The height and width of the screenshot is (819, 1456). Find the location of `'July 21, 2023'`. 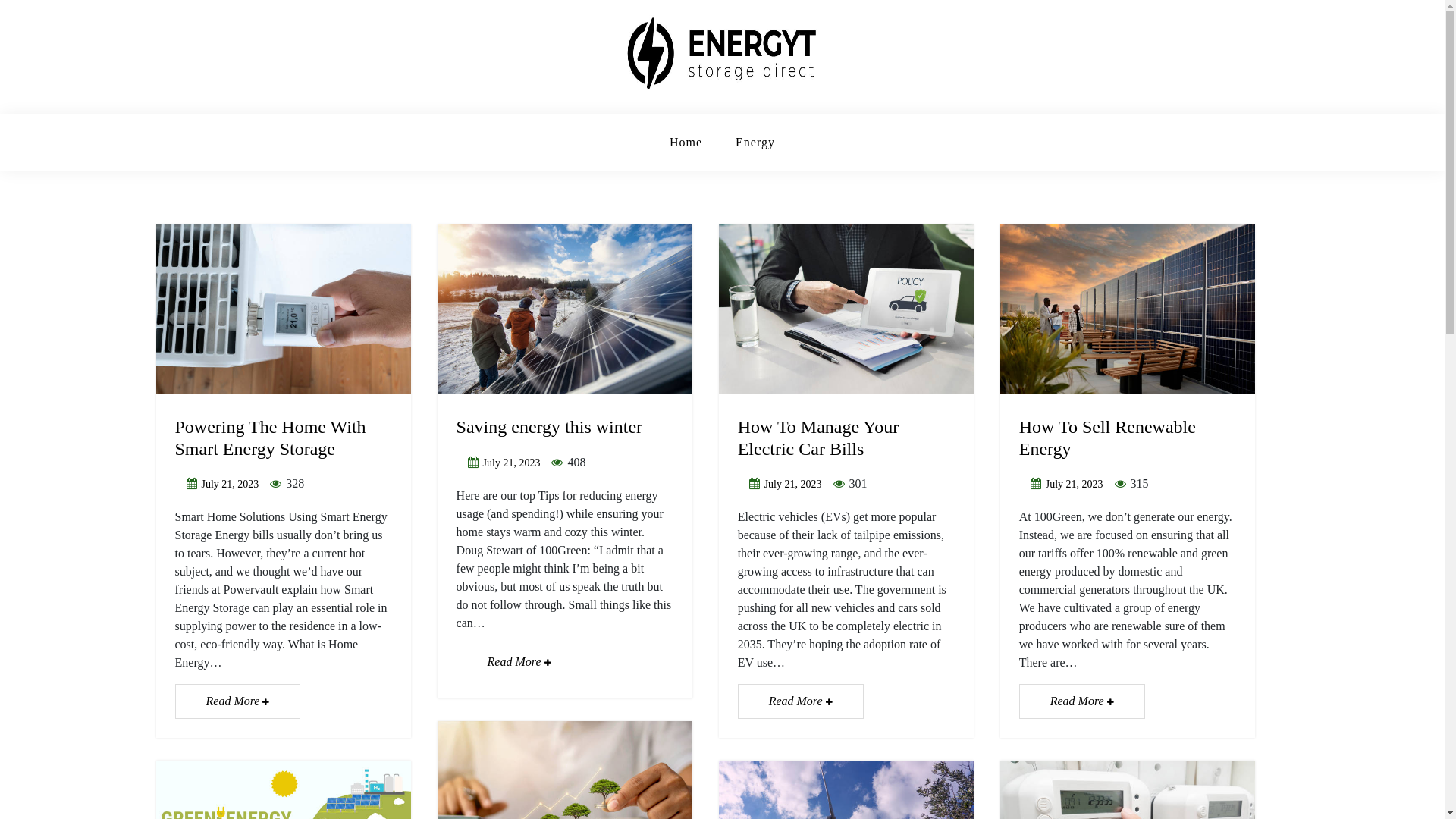

'July 21, 2023' is located at coordinates (229, 484).